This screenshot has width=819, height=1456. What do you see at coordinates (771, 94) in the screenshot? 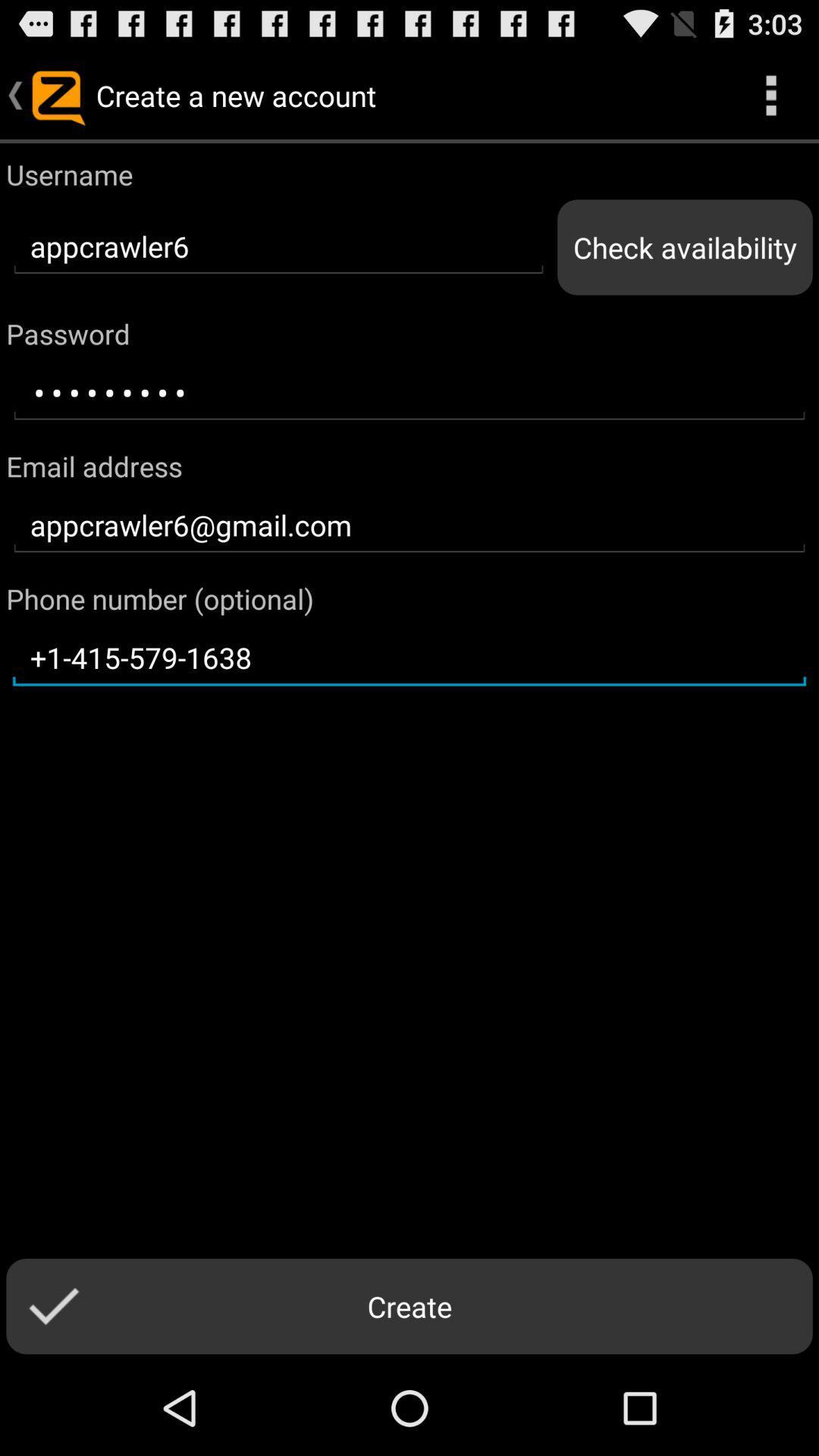
I see `the options icon which is on the top right side` at bounding box center [771, 94].